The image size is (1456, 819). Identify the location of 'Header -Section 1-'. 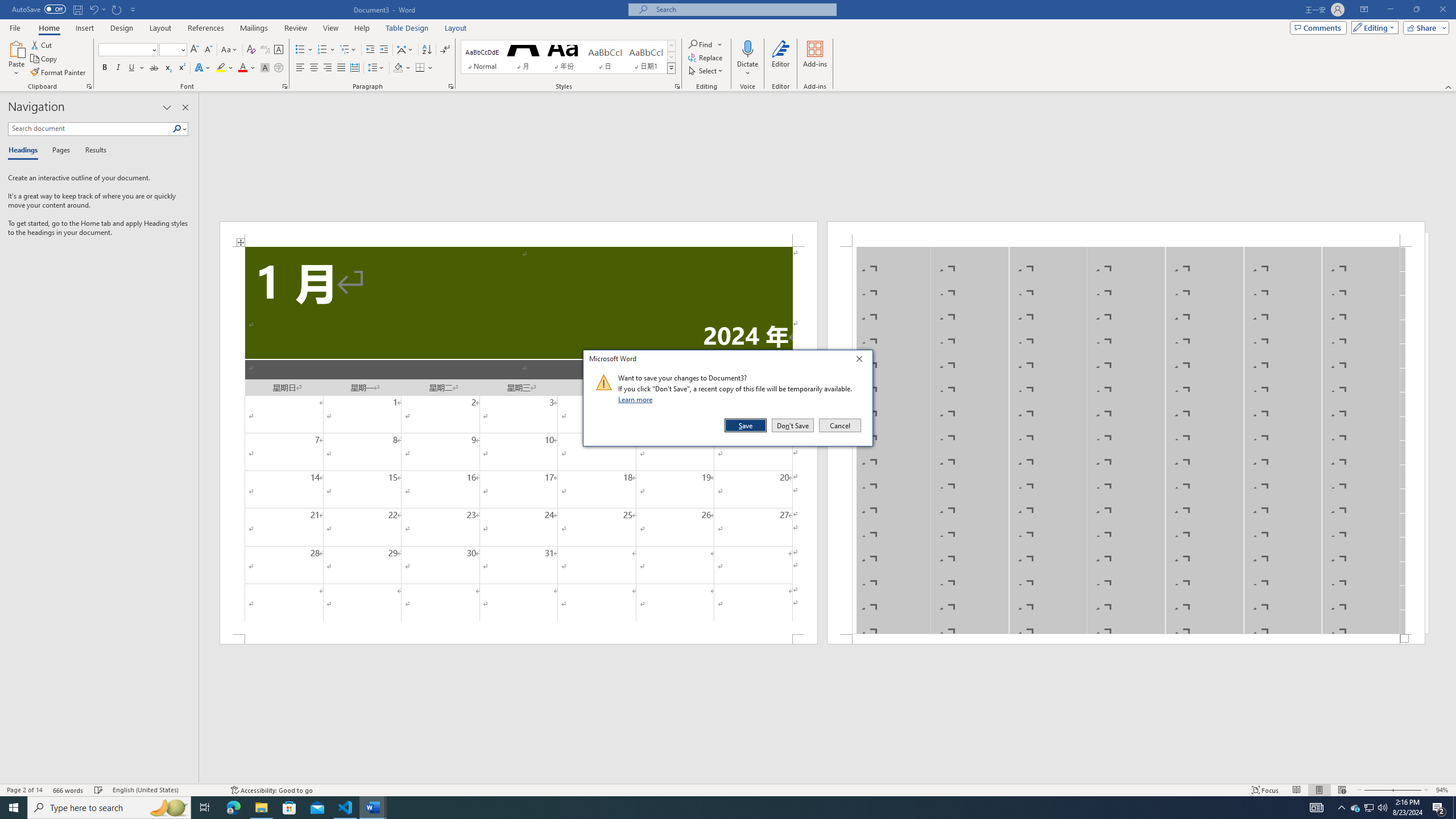
(1126, 233).